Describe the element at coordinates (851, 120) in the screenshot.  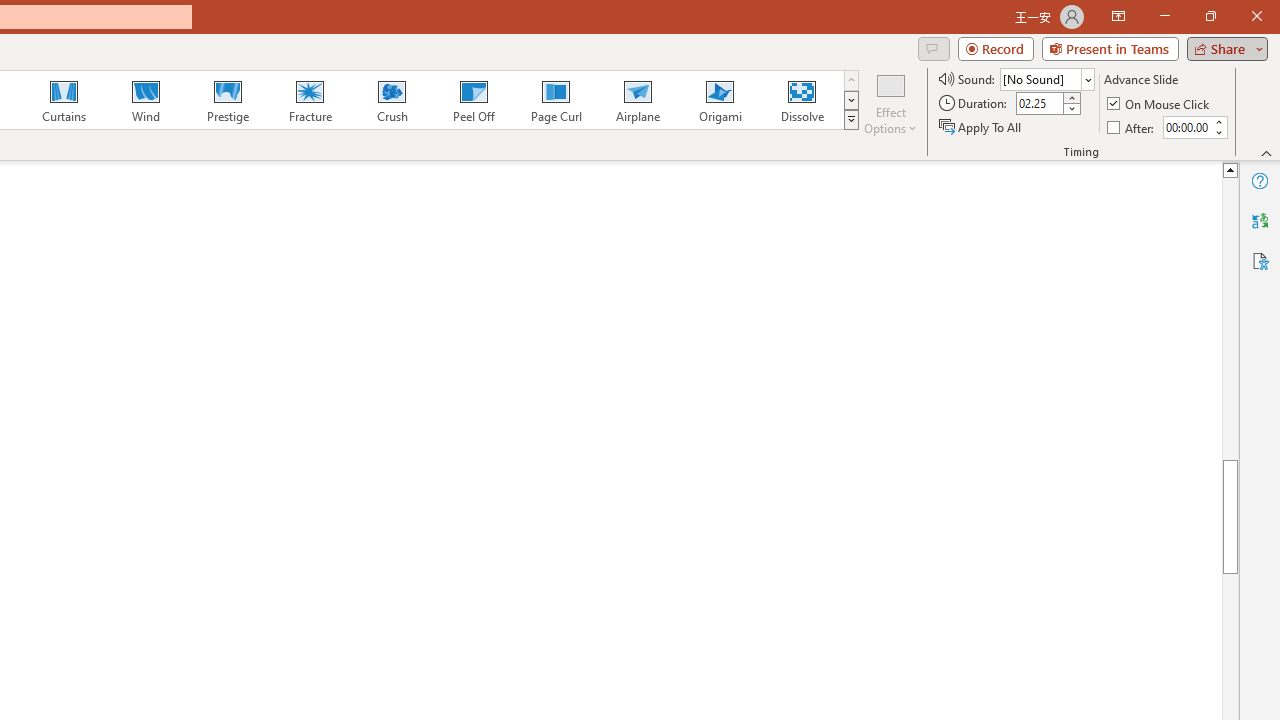
I see `'Transition Effects'` at that location.